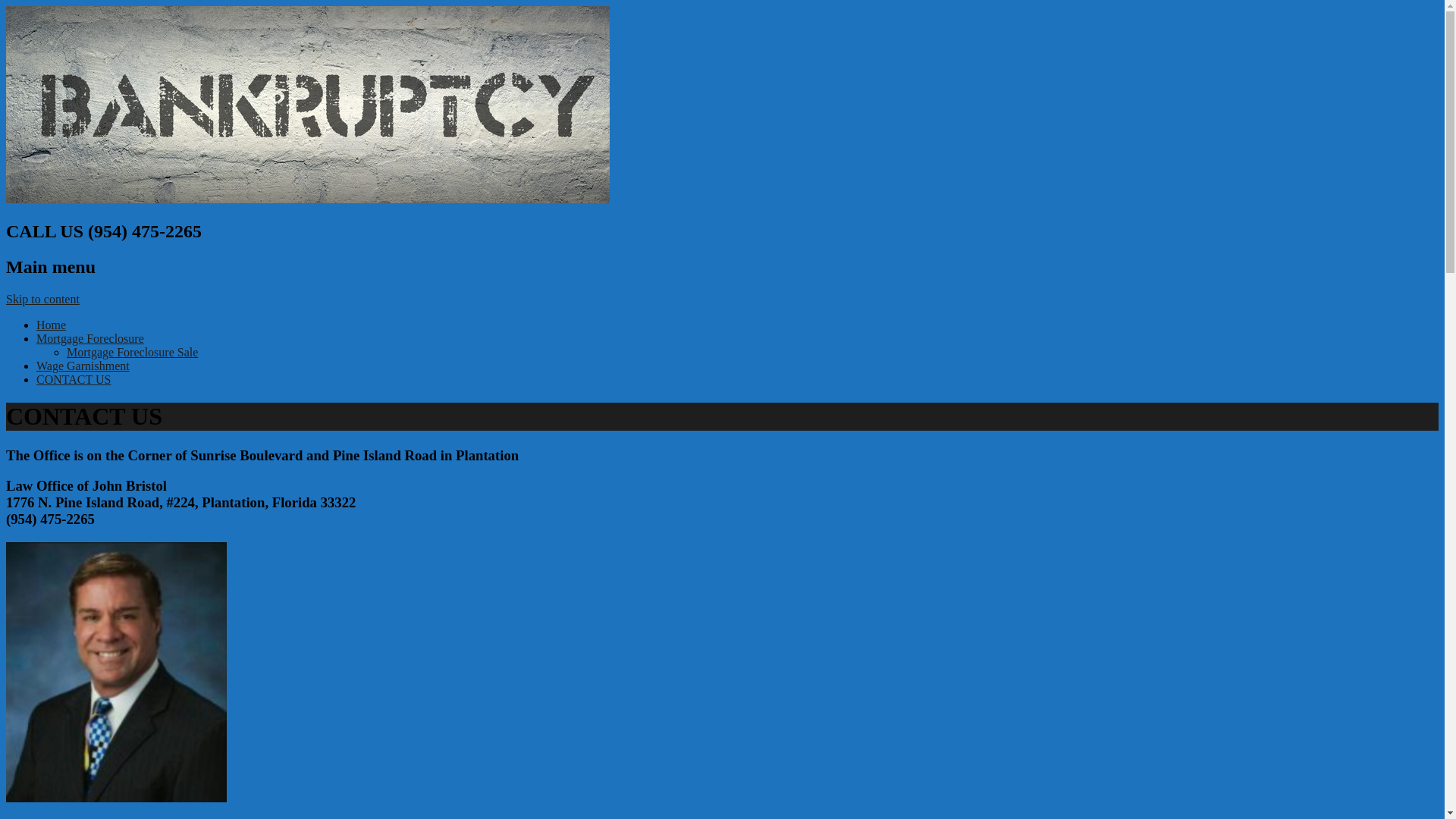 This screenshot has width=1456, height=819. What do you see at coordinates (132, 352) in the screenshot?
I see `'Mortgage Foreclosure Sale'` at bounding box center [132, 352].